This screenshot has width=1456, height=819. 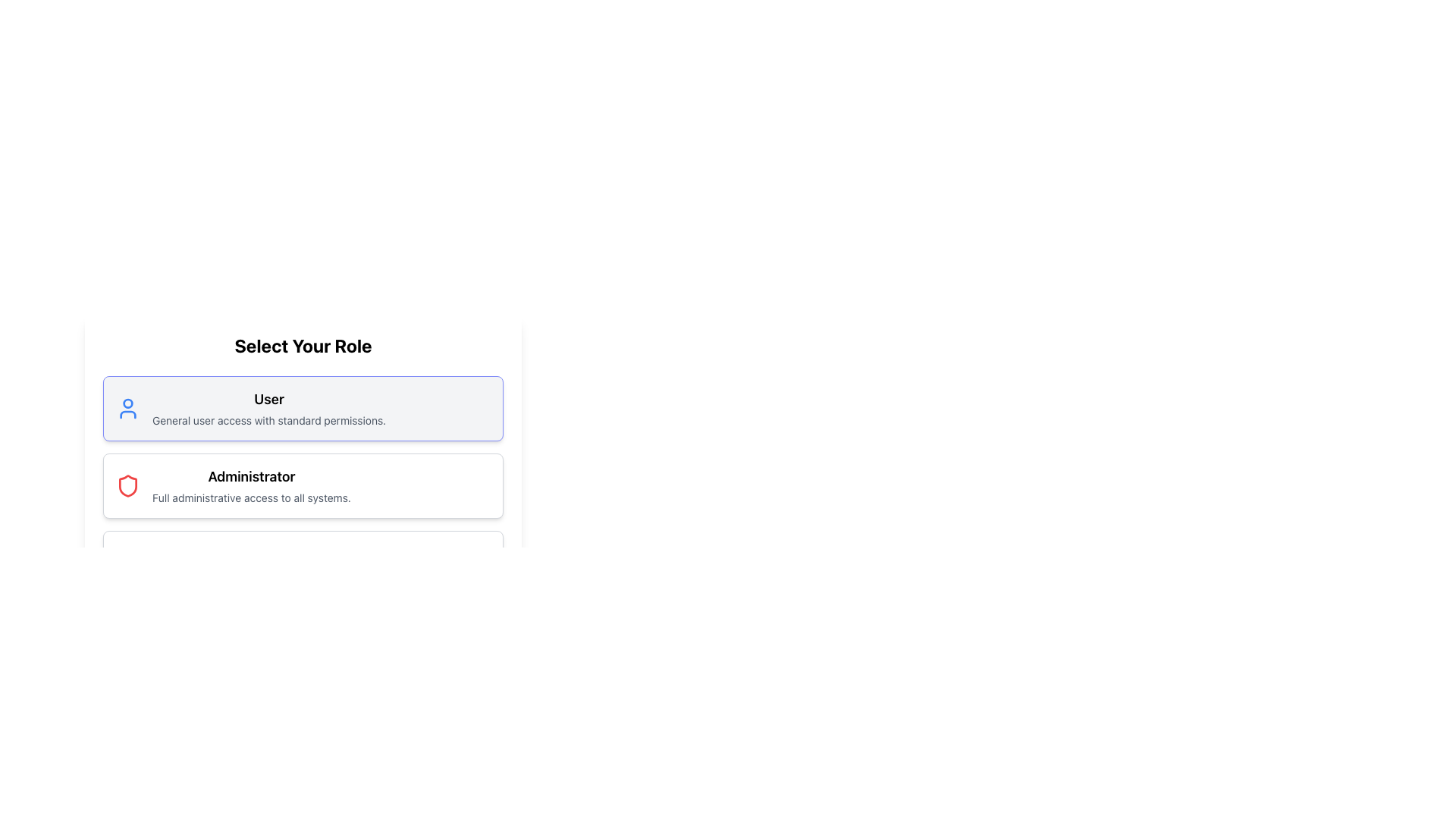 What do you see at coordinates (303, 345) in the screenshot?
I see `the static text header that guides users through the role selection section, positioned above the selectable role items` at bounding box center [303, 345].